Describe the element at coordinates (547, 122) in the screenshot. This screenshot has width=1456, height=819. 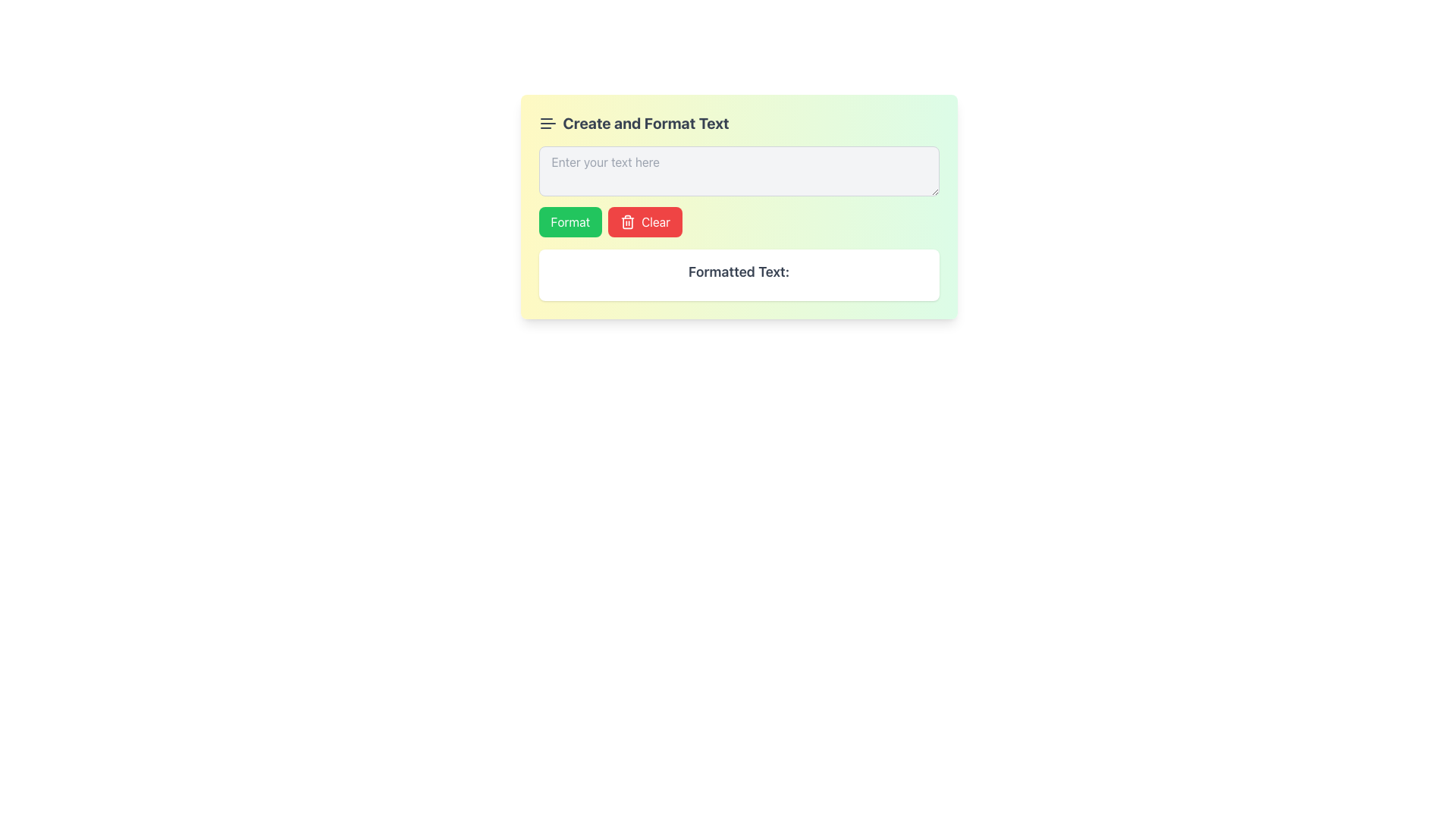
I see `the SVG icon located at the top-left area of the 'Create and Format Text' panel, which serves as a decorative icon for text formatting features` at that location.